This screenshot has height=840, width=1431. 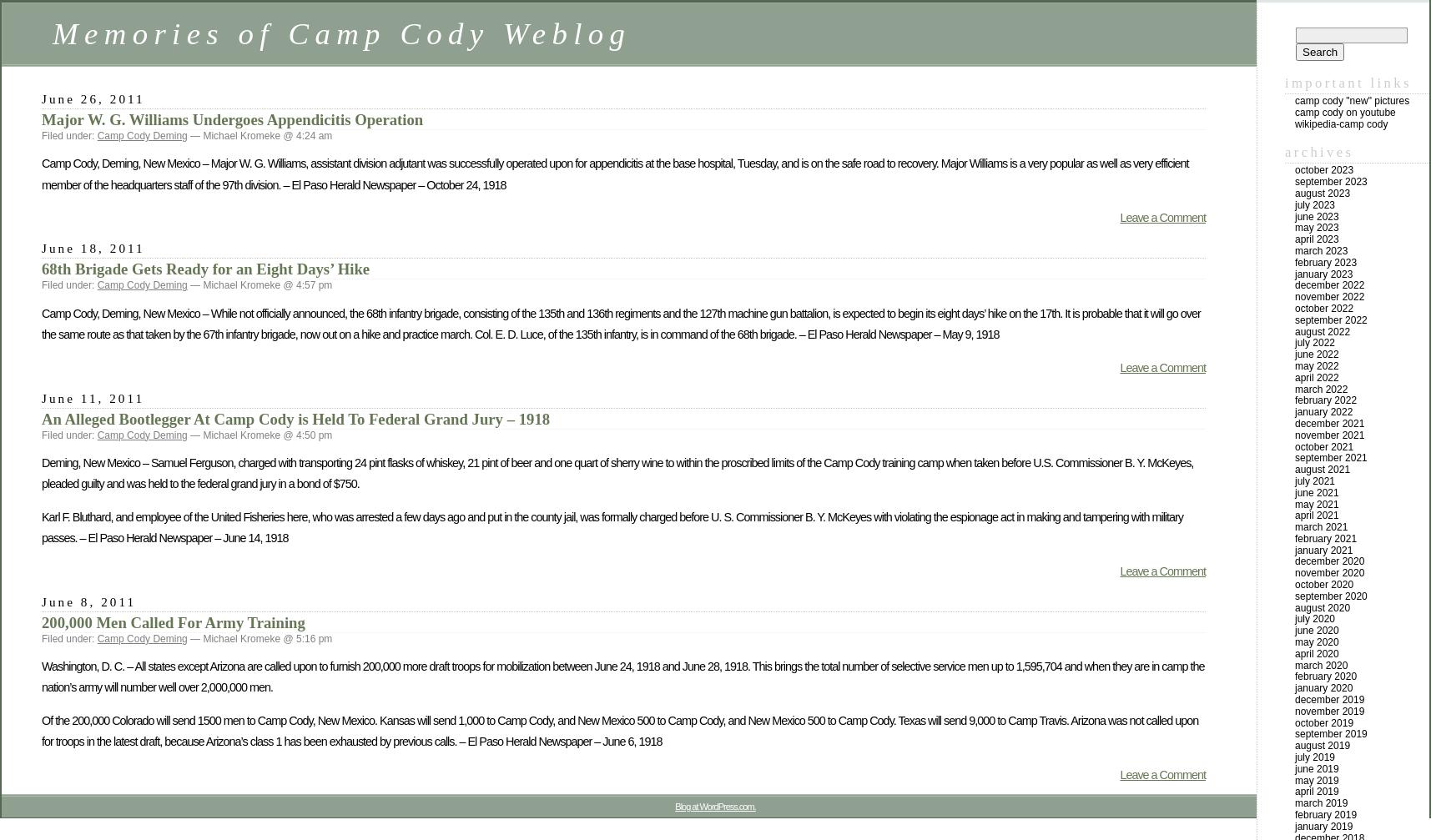 I want to click on 'May 2023', so click(x=1315, y=227).